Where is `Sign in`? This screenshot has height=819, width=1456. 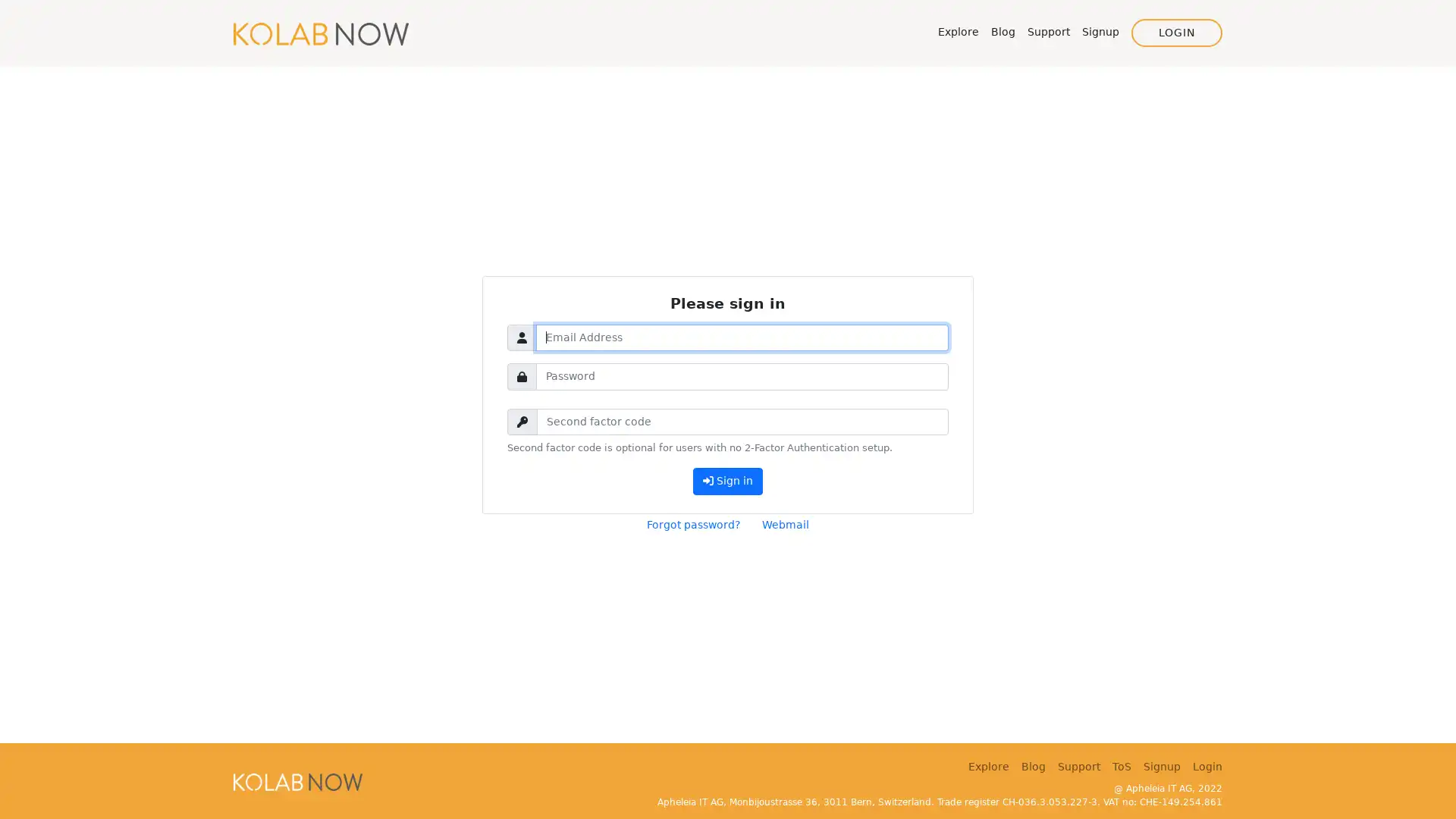
Sign in is located at coordinates (726, 481).